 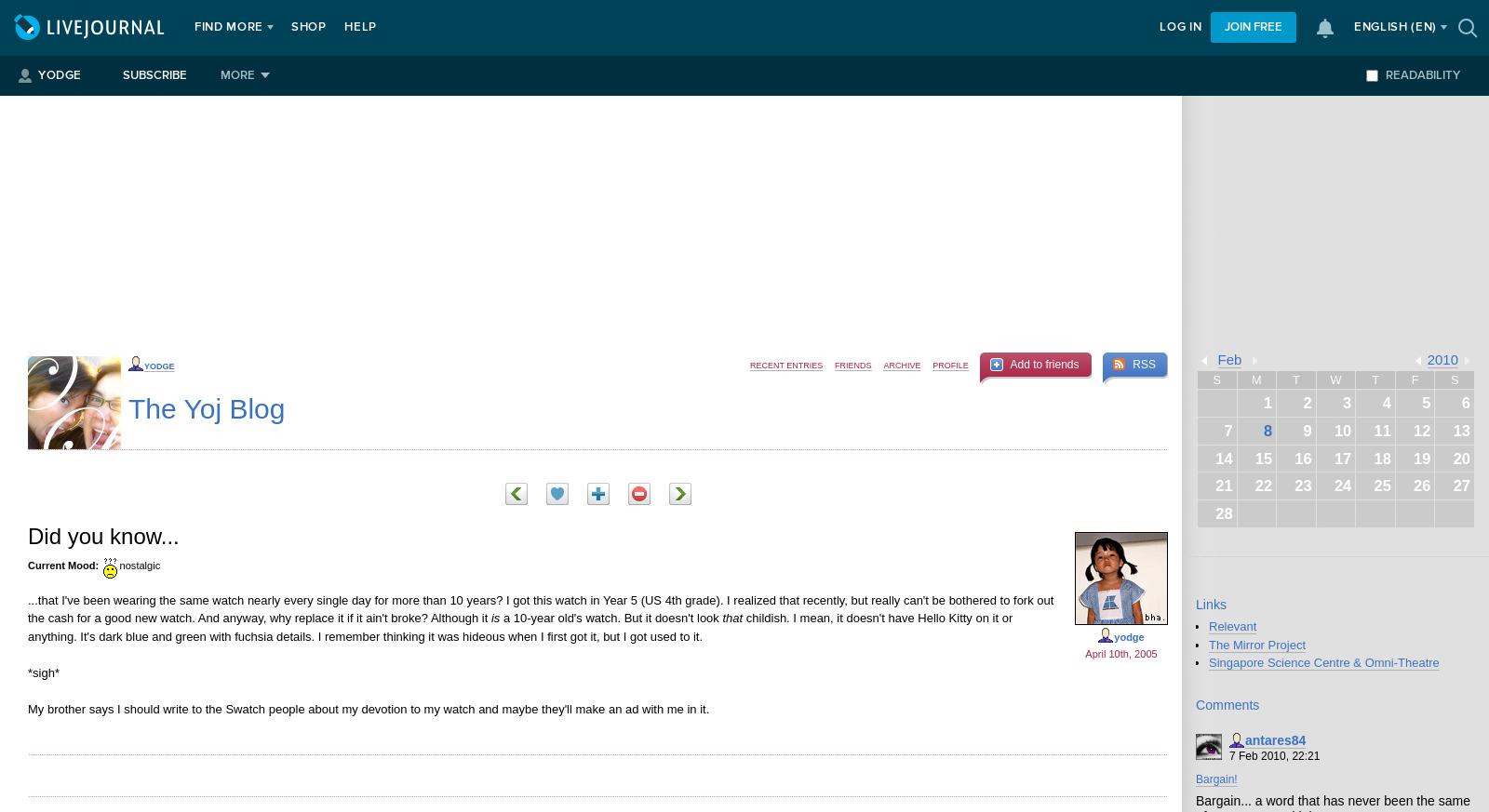 I want to click on 'Singapore Science Centre & Omni-Theatre', so click(x=1323, y=661).